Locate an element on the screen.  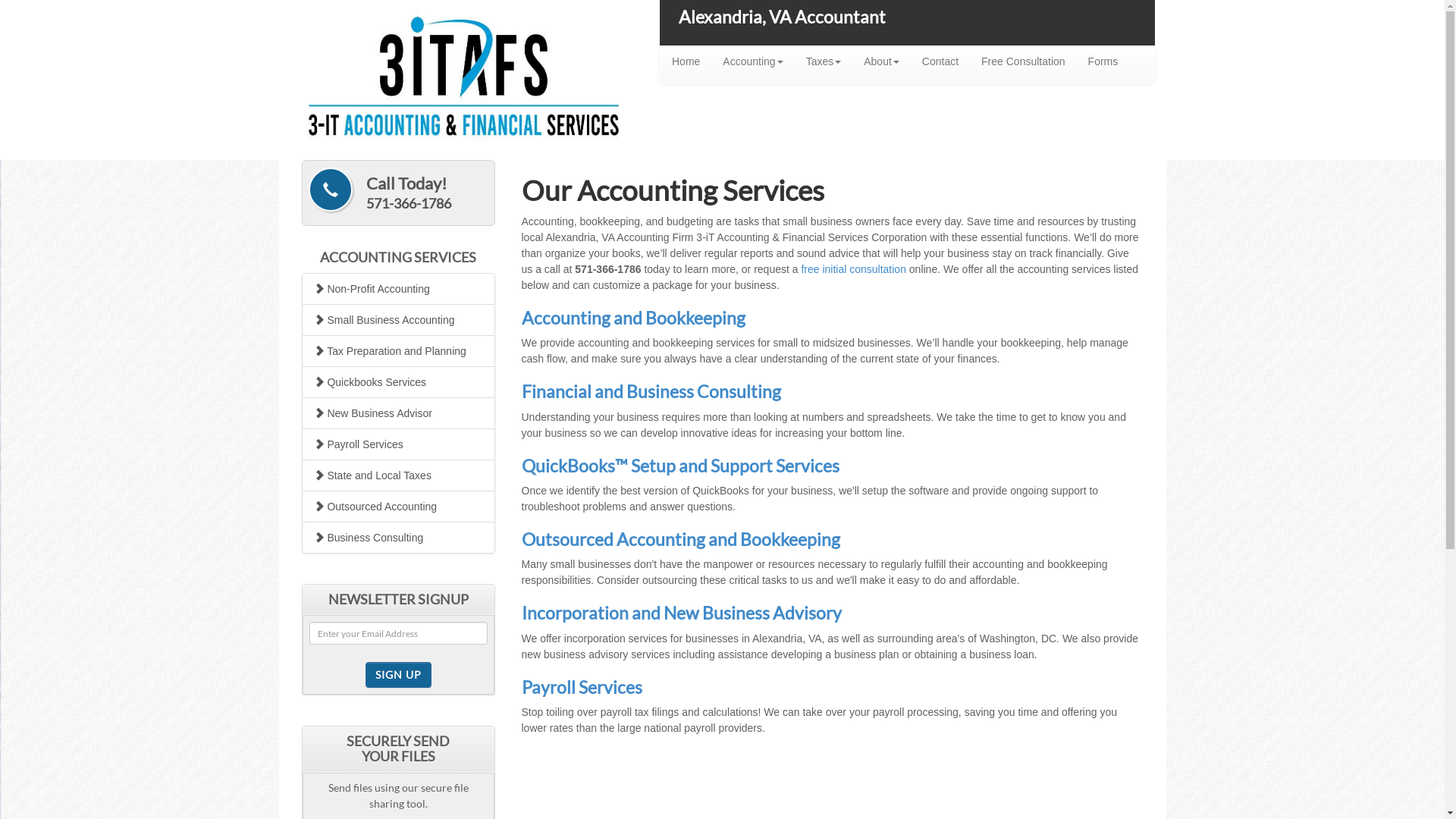
'Accounting' is located at coordinates (710, 61).